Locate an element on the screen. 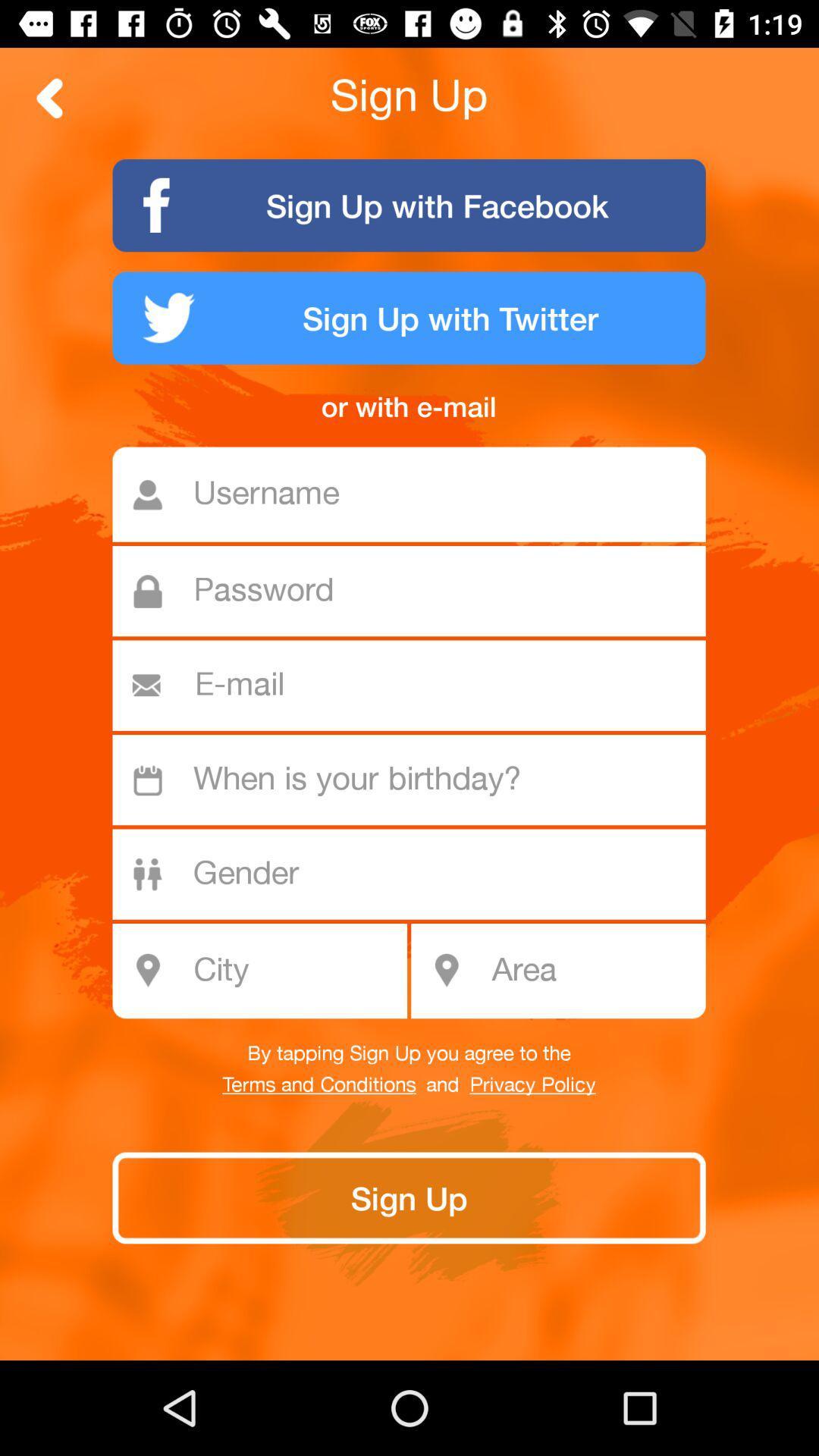 The image size is (819, 1456). the icon at the bottom right corner is located at coordinates (593, 971).